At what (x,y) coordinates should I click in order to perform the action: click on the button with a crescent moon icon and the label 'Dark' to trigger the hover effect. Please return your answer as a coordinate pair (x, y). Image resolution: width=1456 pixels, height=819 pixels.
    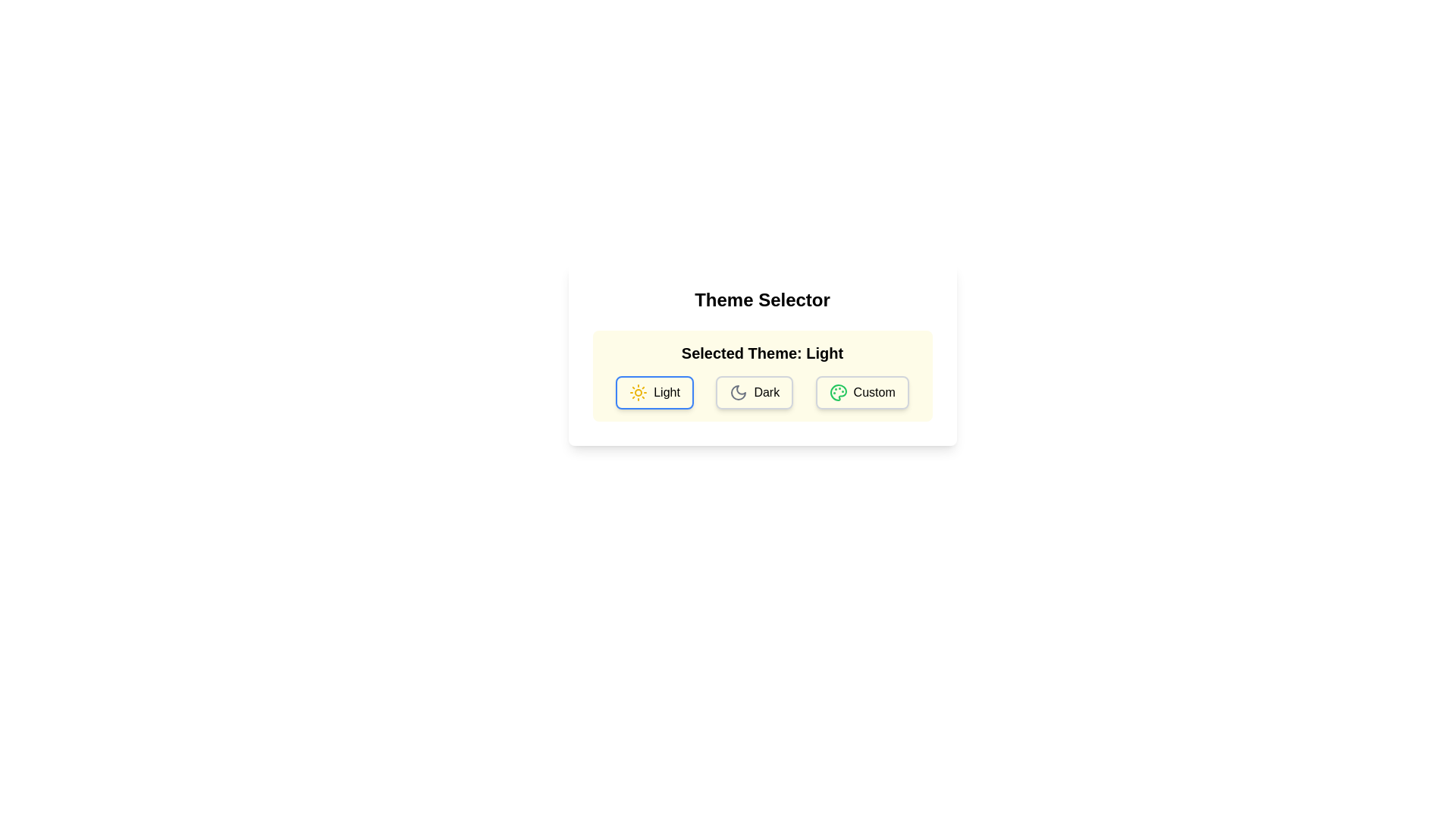
    Looking at the image, I should click on (755, 391).